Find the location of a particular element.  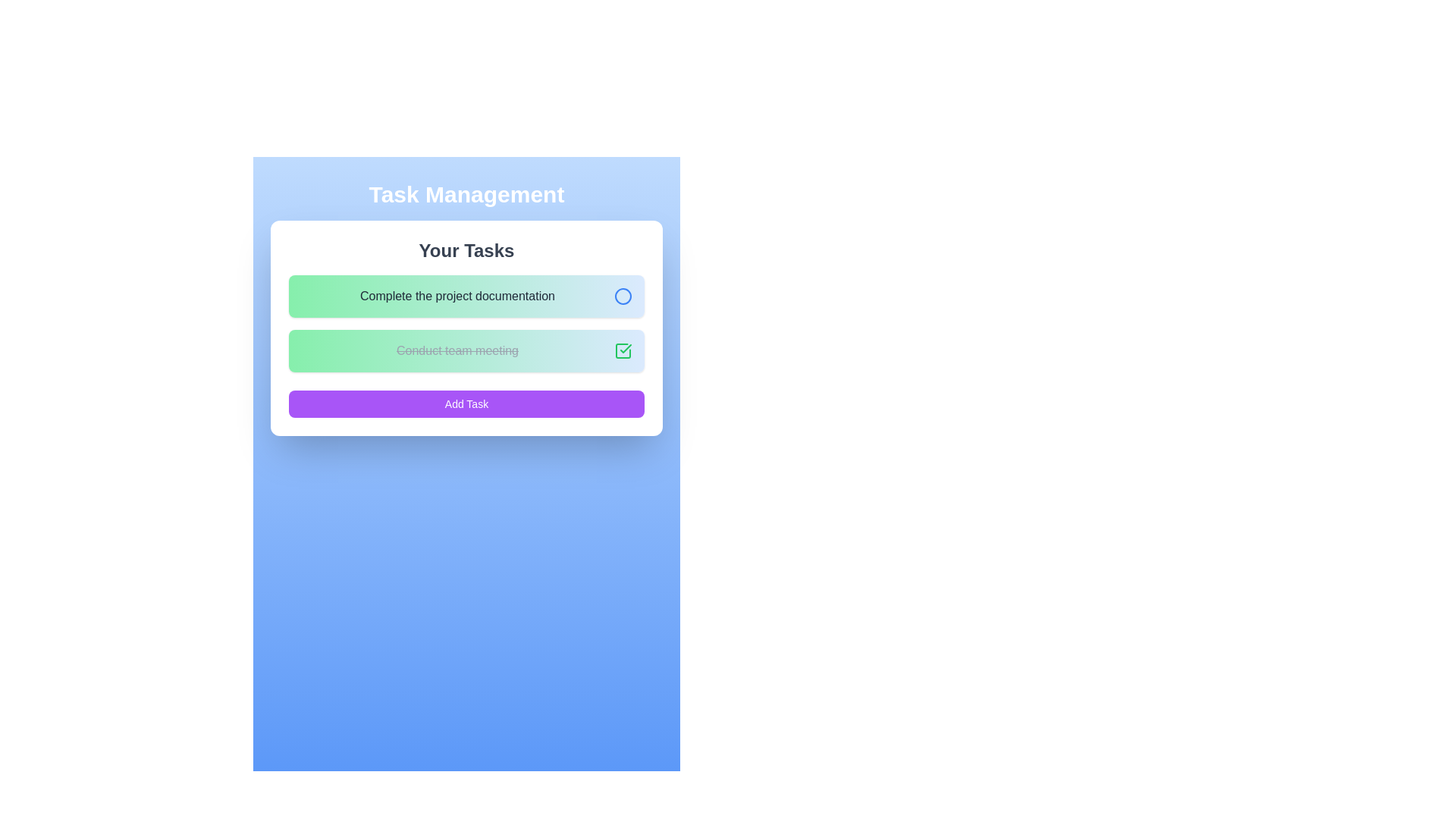

the primary text label indicating a task item under 'Your Tasks' to observe styling changes is located at coordinates (457, 296).